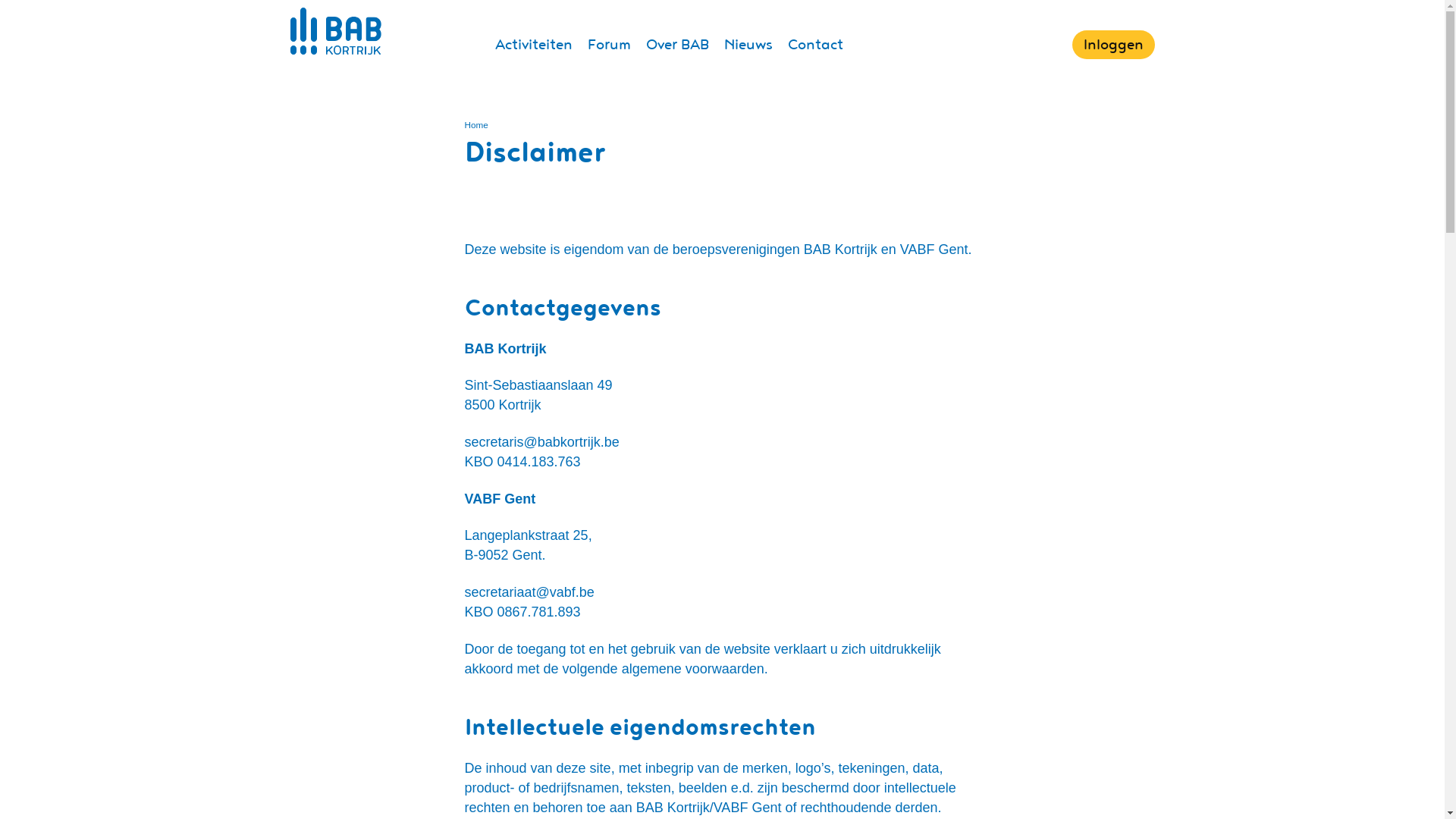 The width and height of the screenshot is (1456, 819). What do you see at coordinates (814, 43) in the screenshot?
I see `'Contact'` at bounding box center [814, 43].